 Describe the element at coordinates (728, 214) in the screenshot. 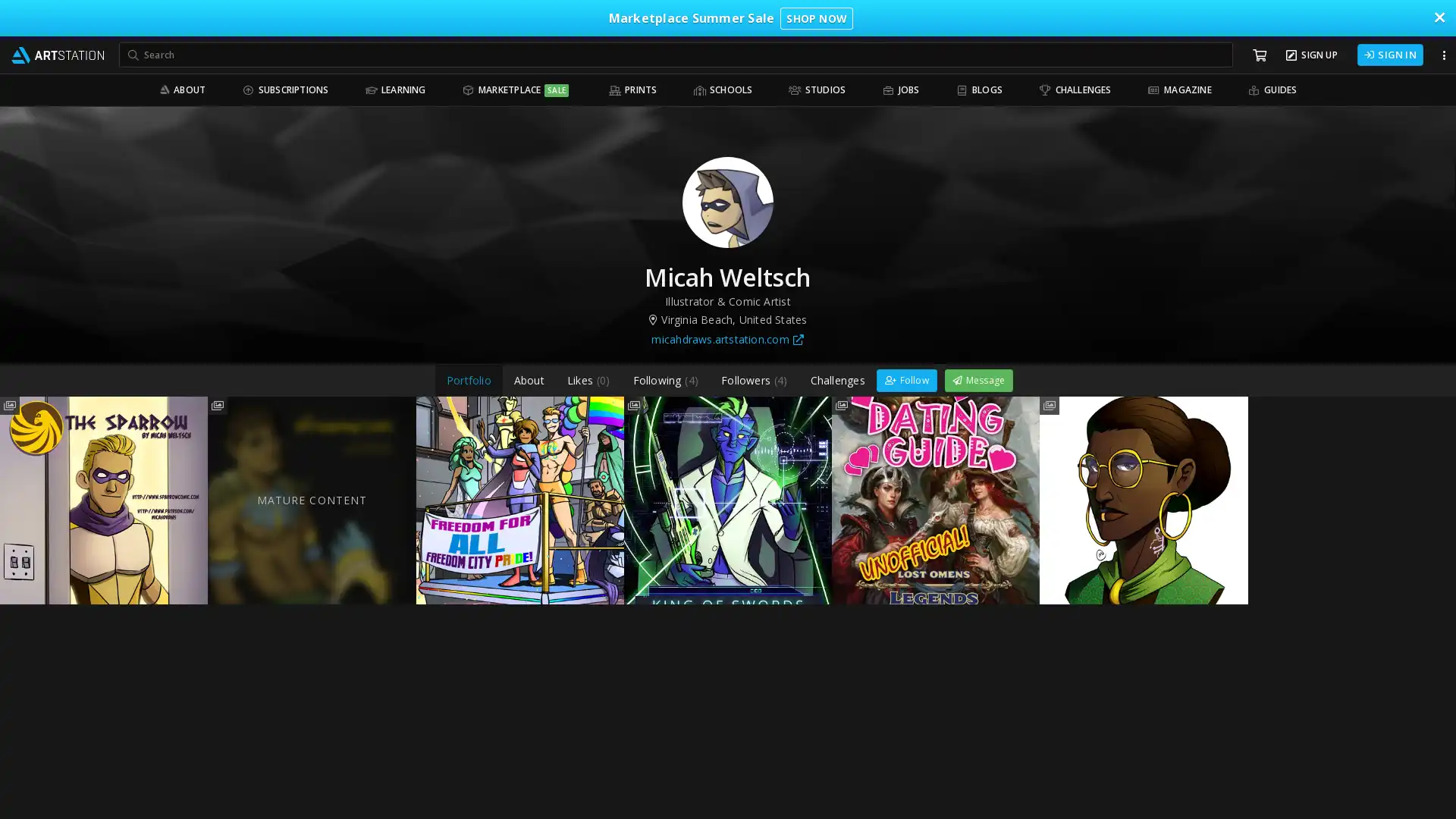

I see `Sign in` at that location.